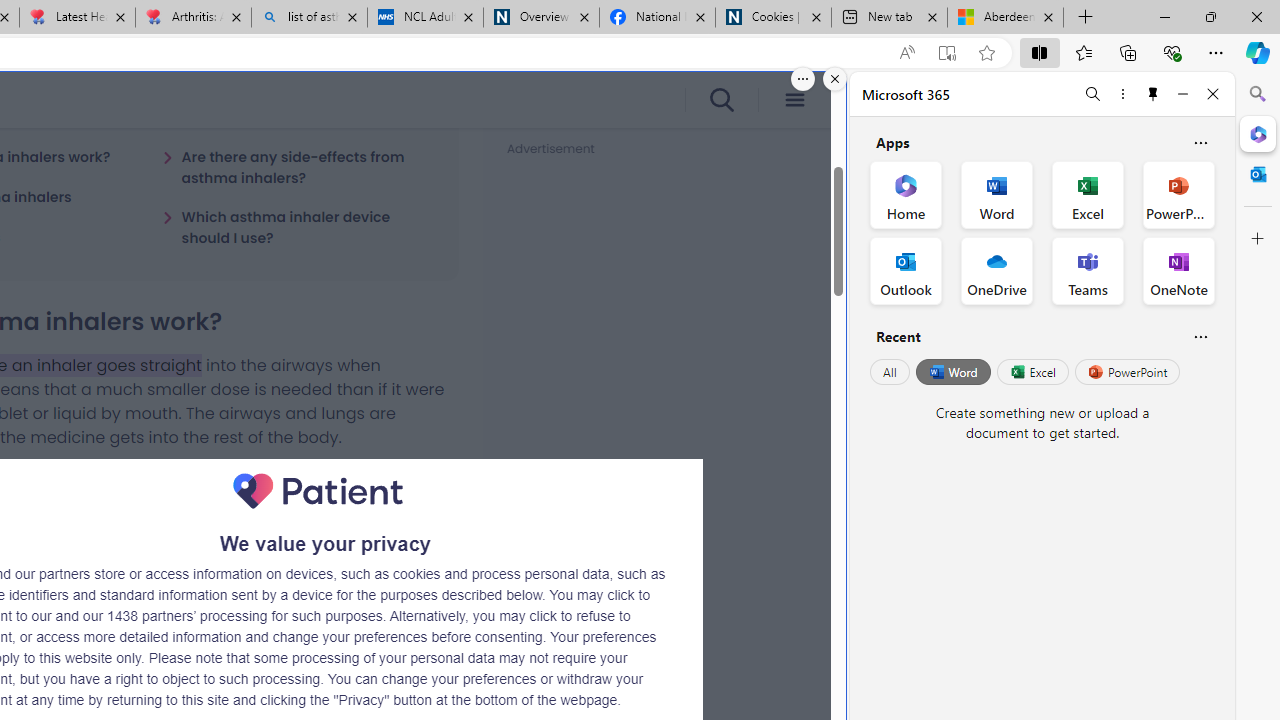  What do you see at coordinates (1082, 51) in the screenshot?
I see `'Favorites'` at bounding box center [1082, 51].